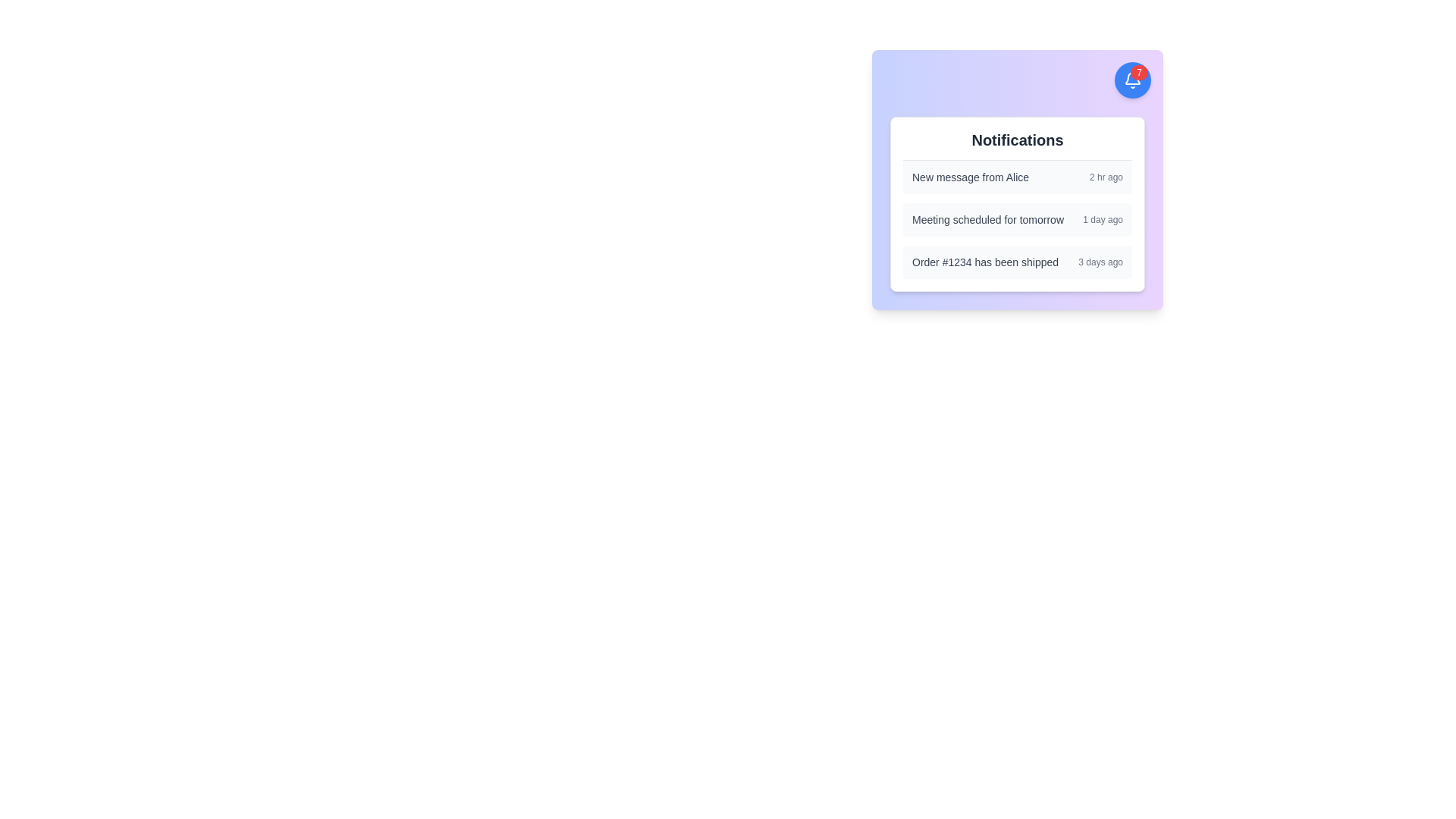 This screenshot has height=819, width=1456. What do you see at coordinates (1018, 219) in the screenshot?
I see `the second notification item in the notification widget that informs about a scheduled meeting, located between 'New message from Alice' and 'Order #1234 has been shipped'` at bounding box center [1018, 219].